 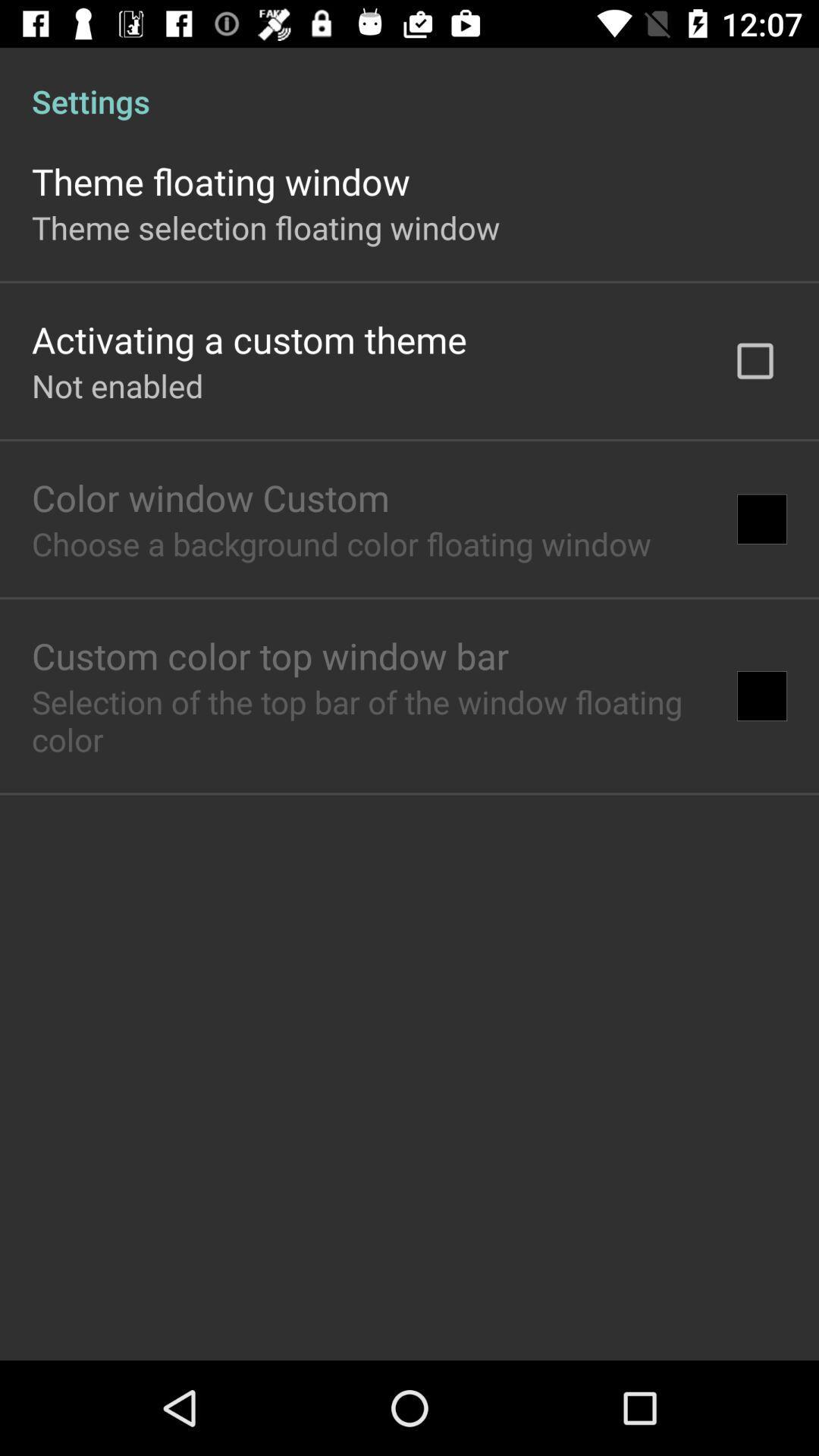 What do you see at coordinates (755, 360) in the screenshot?
I see `the icon next to the activating a custom icon` at bounding box center [755, 360].